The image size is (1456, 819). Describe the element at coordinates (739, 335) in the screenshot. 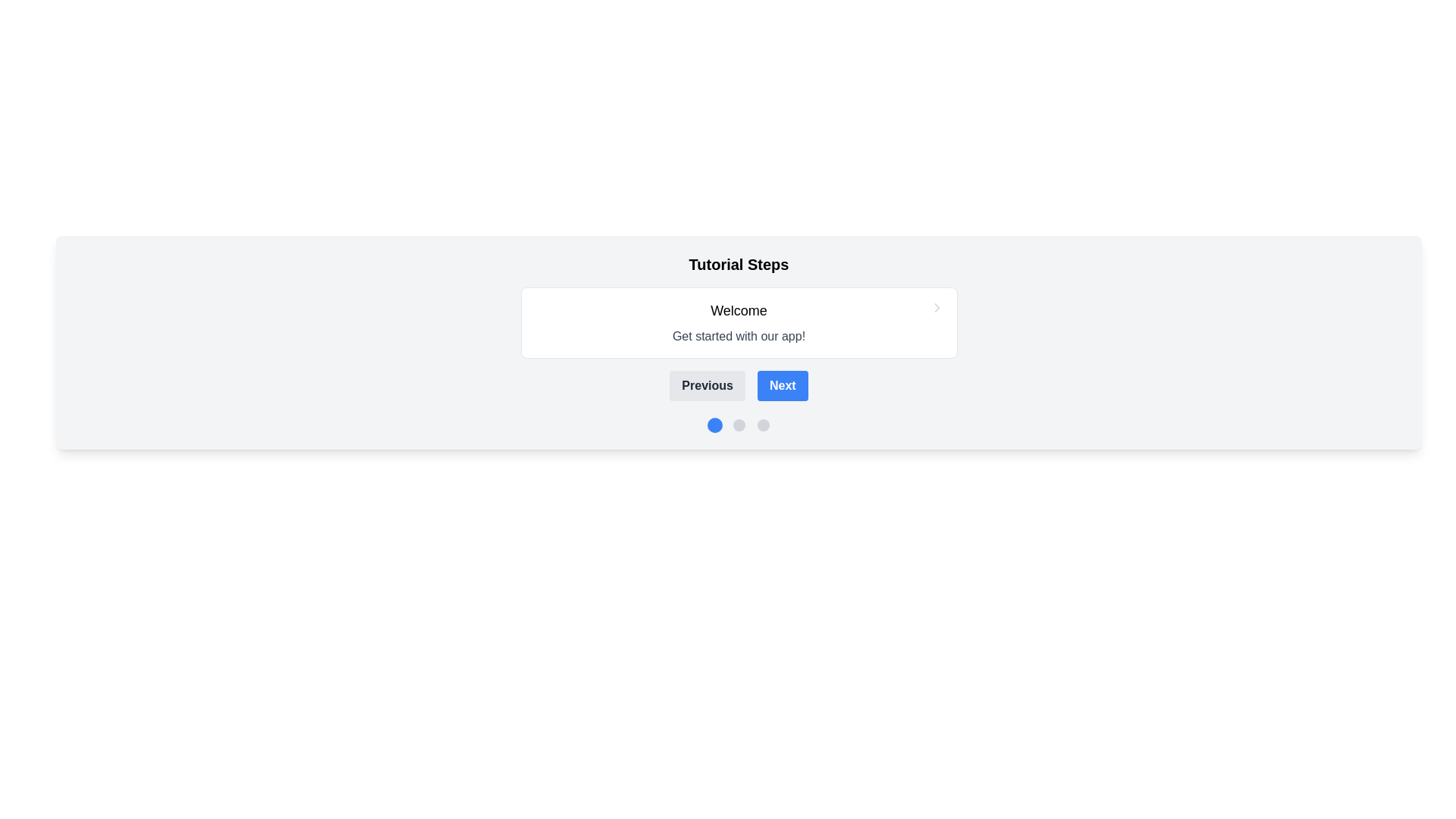

I see `static text displayed as a subtitle within the white card, located below the 'Welcome' text and above the chevron icon, centered horizontally` at that location.